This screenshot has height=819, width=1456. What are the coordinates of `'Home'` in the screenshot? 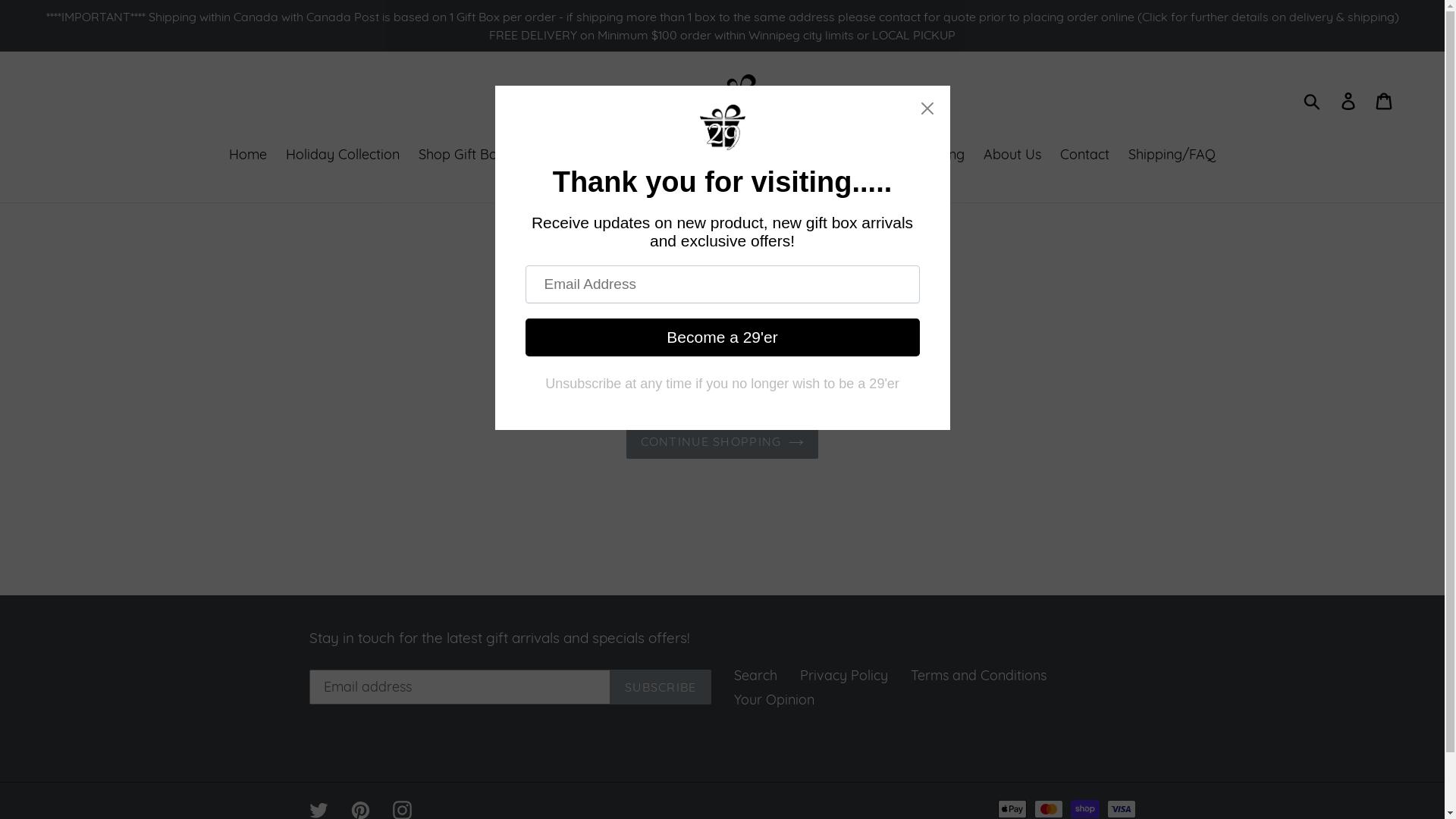 It's located at (221, 155).